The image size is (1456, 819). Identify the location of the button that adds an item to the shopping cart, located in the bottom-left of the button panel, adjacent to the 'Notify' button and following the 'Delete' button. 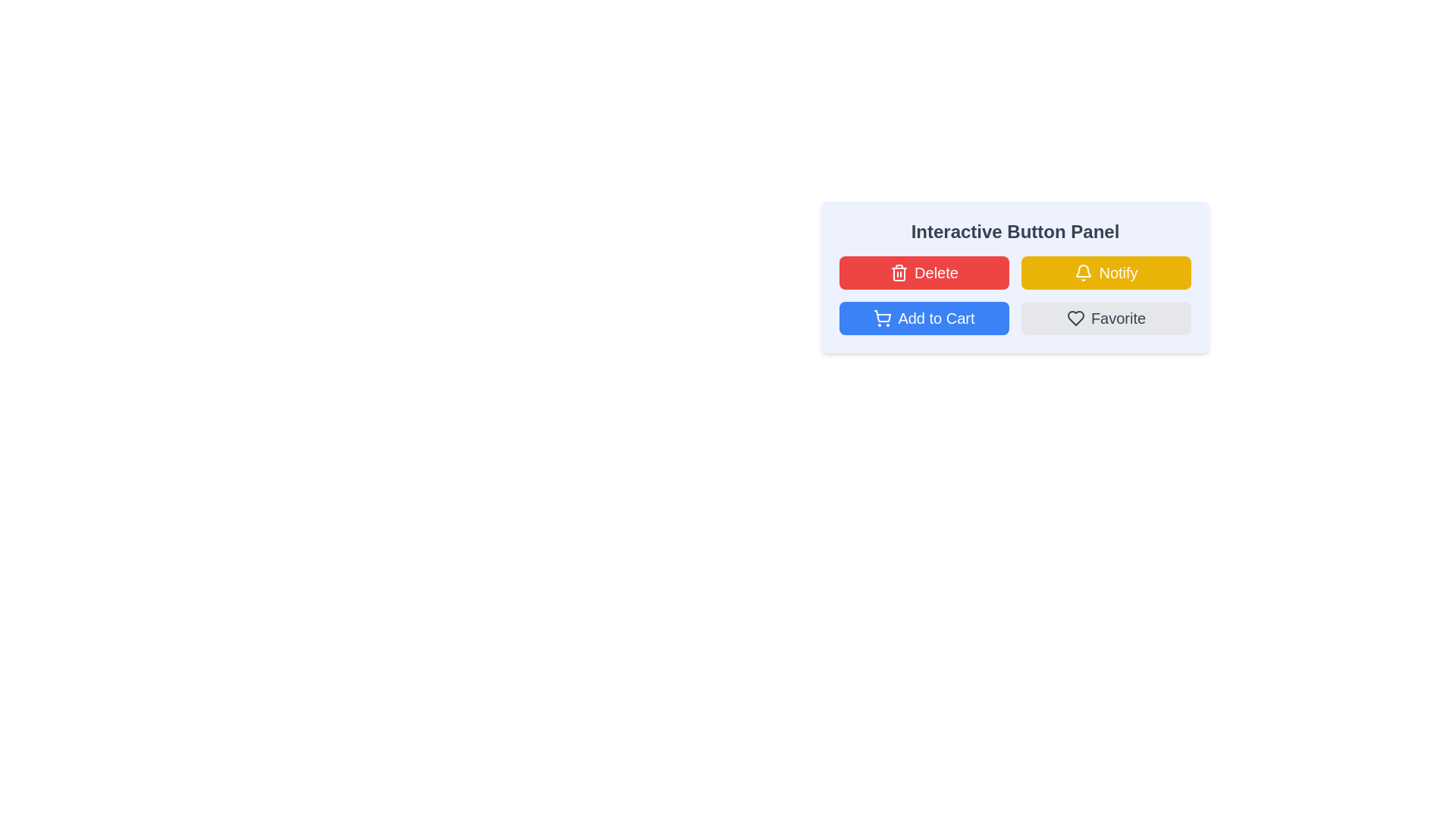
(924, 318).